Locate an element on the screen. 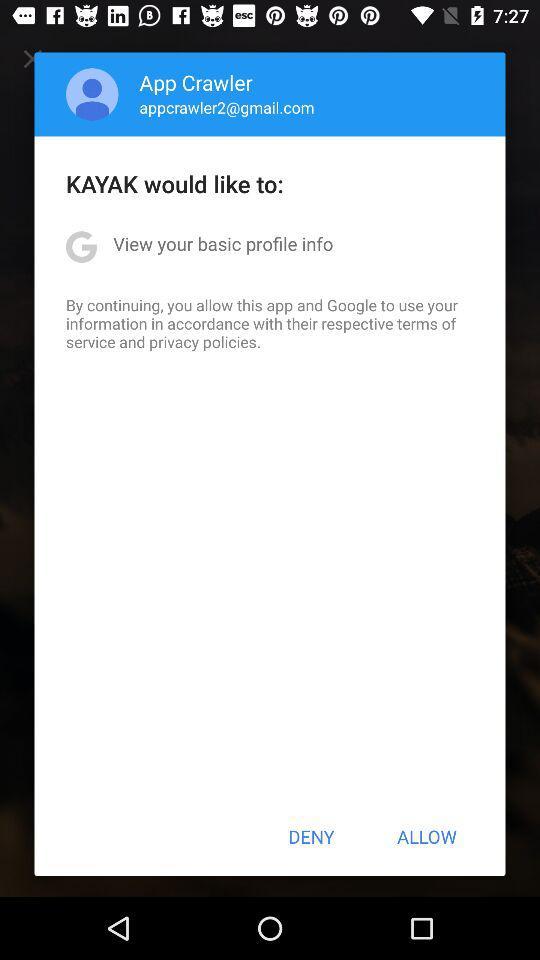 This screenshot has width=540, height=960. the deny button is located at coordinates (311, 836).